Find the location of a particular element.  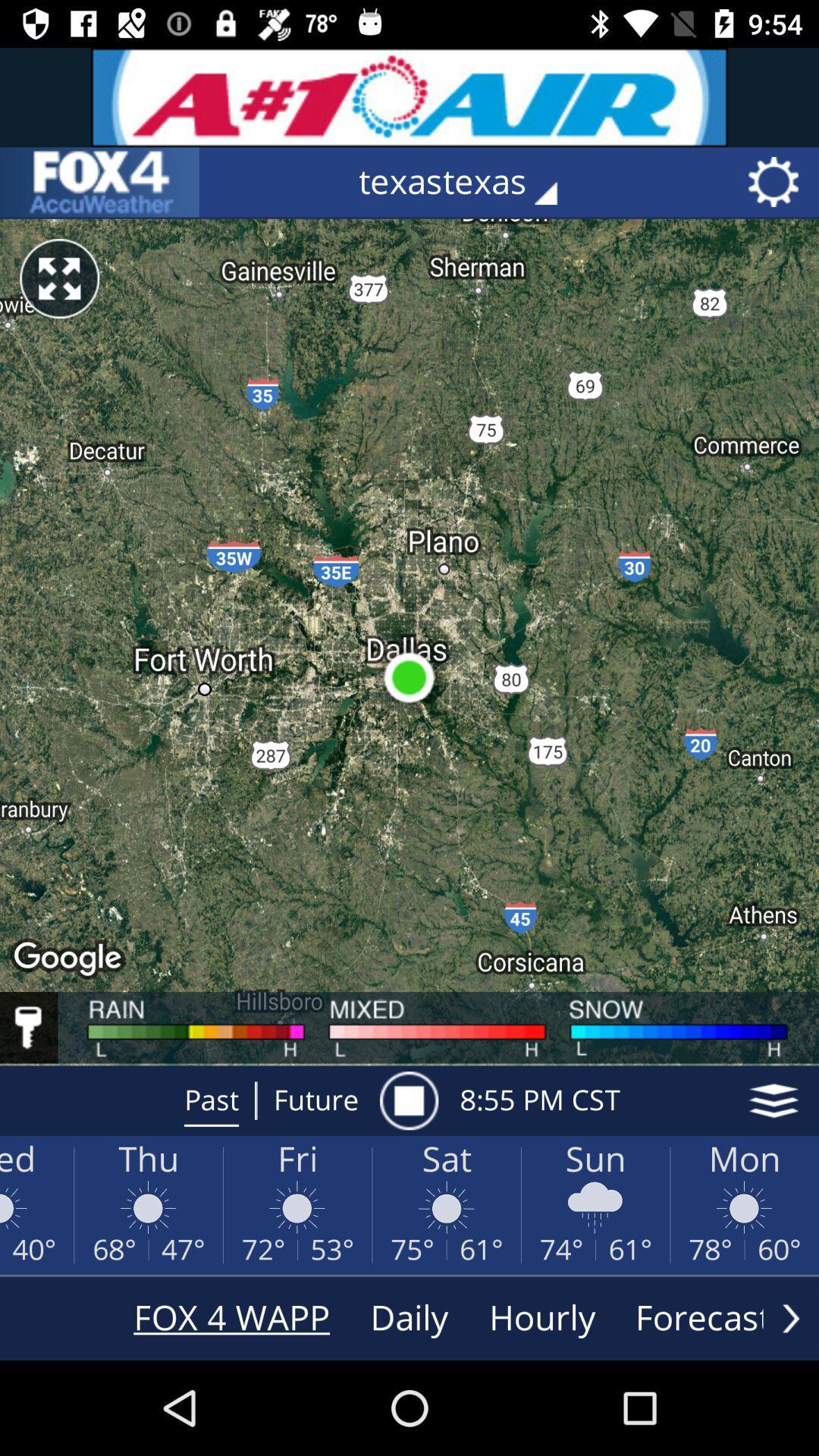

the arrow_forward icon is located at coordinates (790, 1317).